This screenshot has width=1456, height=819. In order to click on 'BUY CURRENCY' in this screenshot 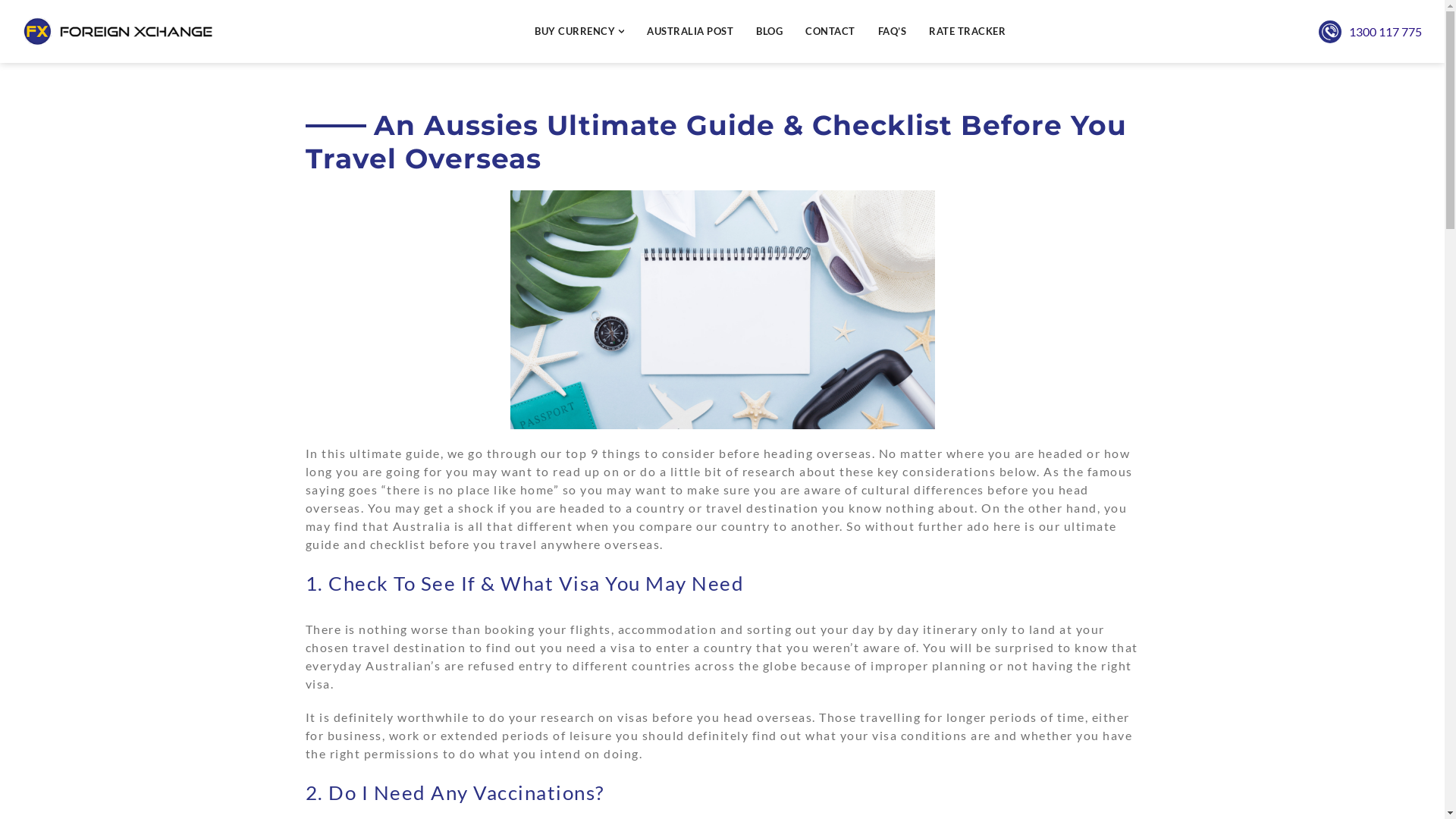, I will do `click(578, 31)`.